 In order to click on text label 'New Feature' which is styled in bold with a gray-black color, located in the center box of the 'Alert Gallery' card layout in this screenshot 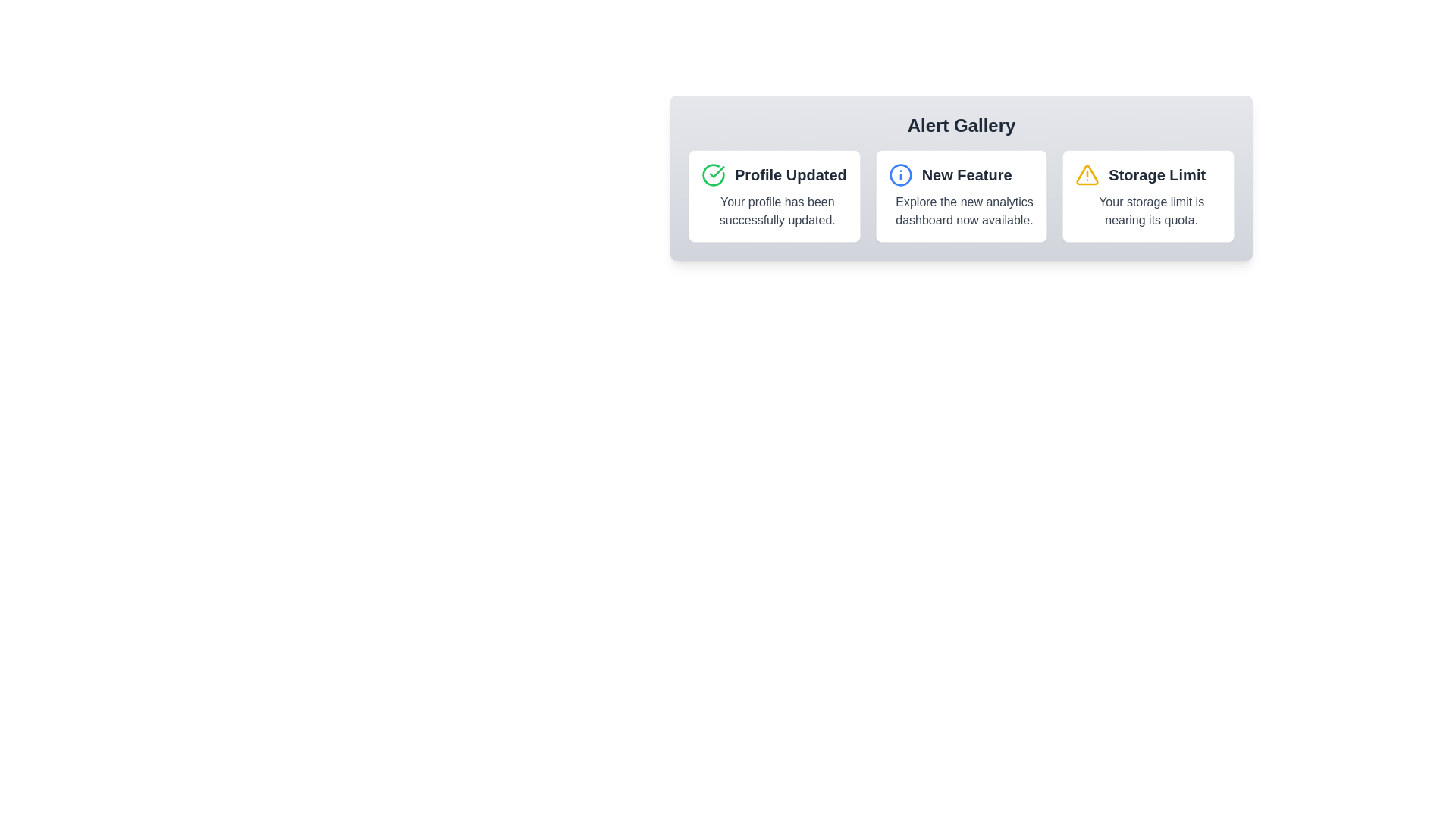, I will do `click(966, 174)`.